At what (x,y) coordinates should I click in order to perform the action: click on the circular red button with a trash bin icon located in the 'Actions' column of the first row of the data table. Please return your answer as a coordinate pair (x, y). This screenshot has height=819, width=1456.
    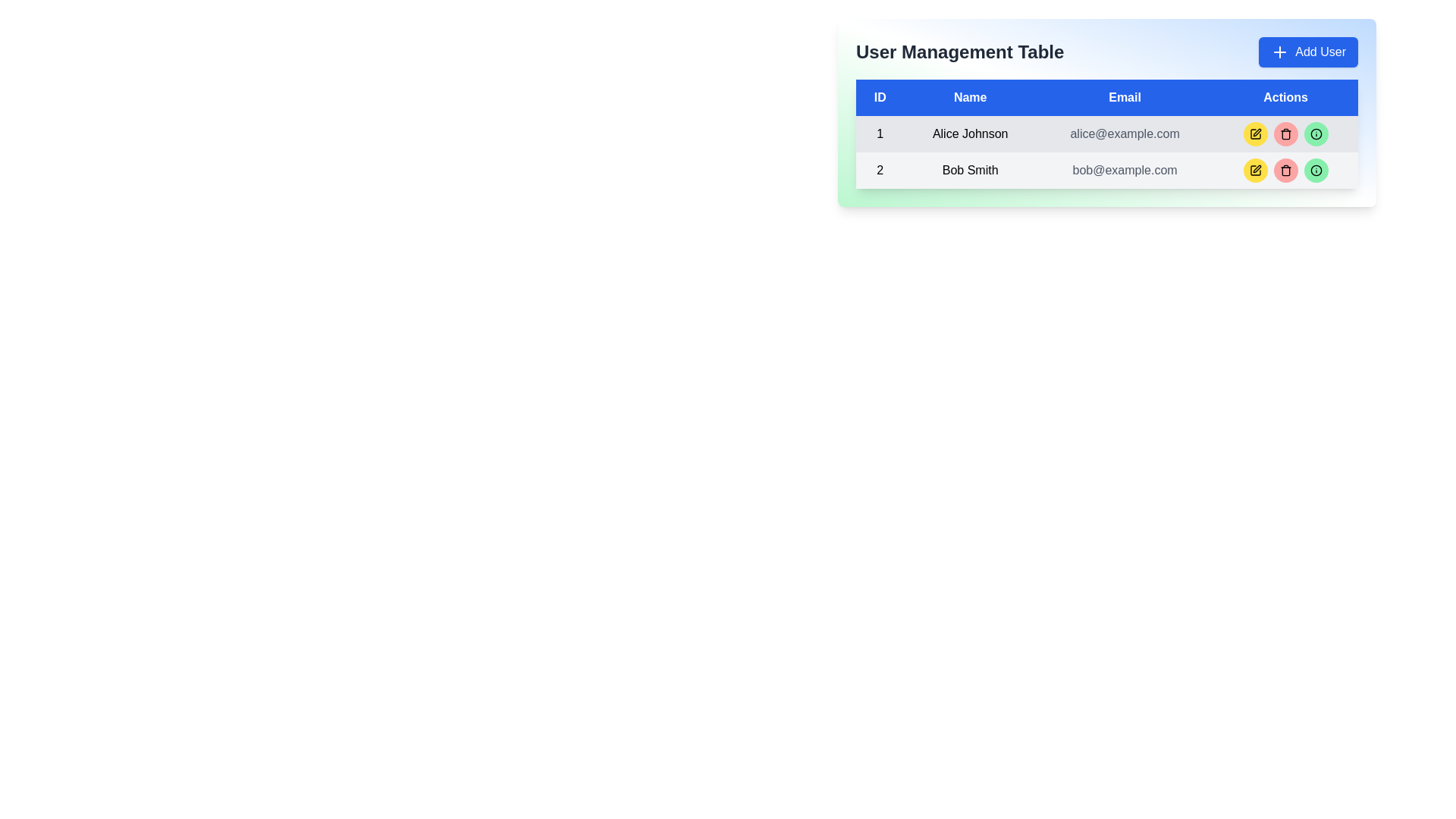
    Looking at the image, I should click on (1285, 133).